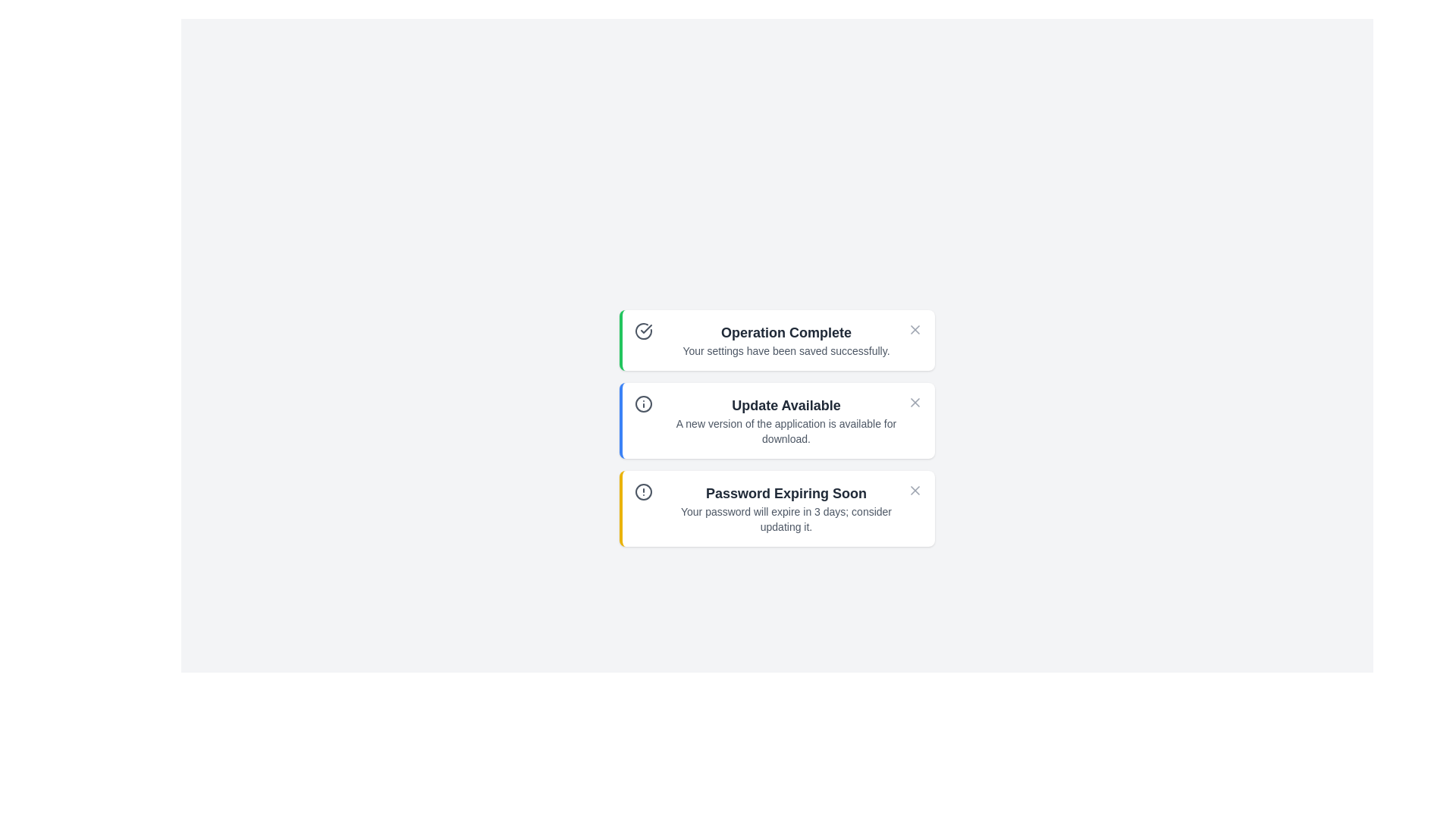 This screenshot has width=1456, height=819. I want to click on text from the Informational Message which indicates successful settings update, located at the uppermost position in the vertical stack with a green left margin, so click(786, 339).